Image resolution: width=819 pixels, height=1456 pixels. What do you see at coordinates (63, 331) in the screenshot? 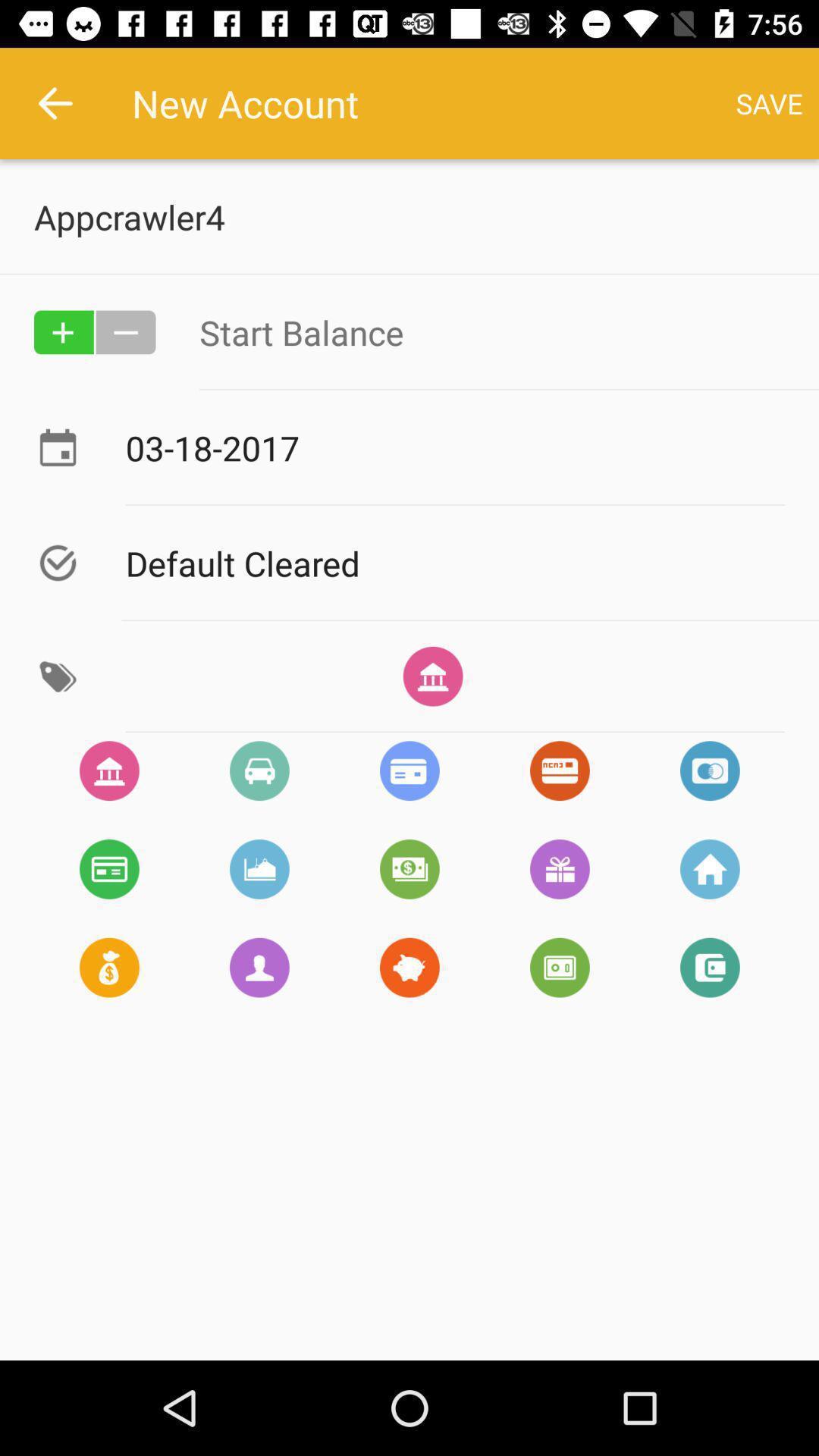
I see `the add icon` at bounding box center [63, 331].